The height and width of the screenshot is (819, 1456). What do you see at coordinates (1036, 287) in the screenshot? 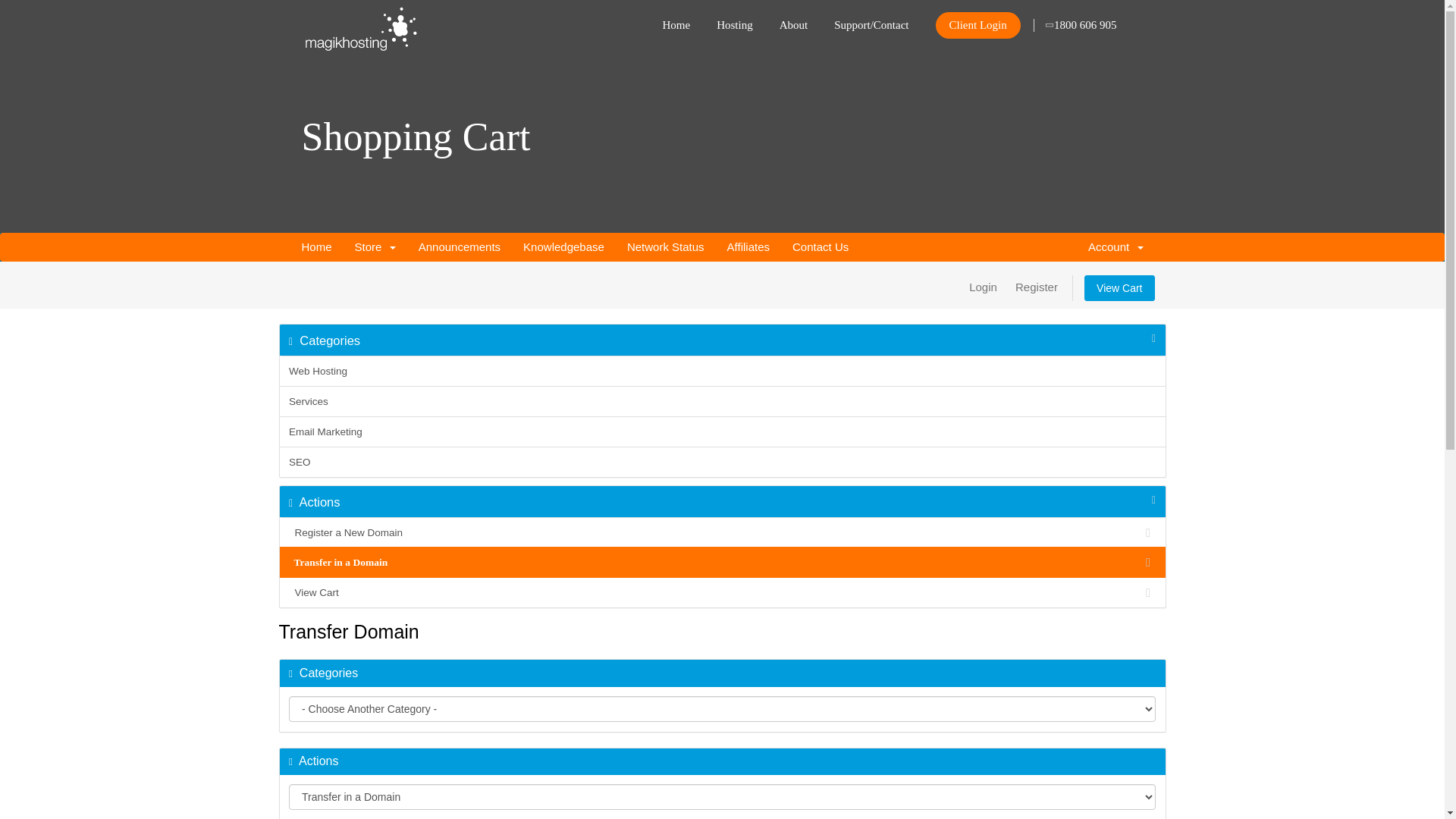
I see `'Register'` at bounding box center [1036, 287].